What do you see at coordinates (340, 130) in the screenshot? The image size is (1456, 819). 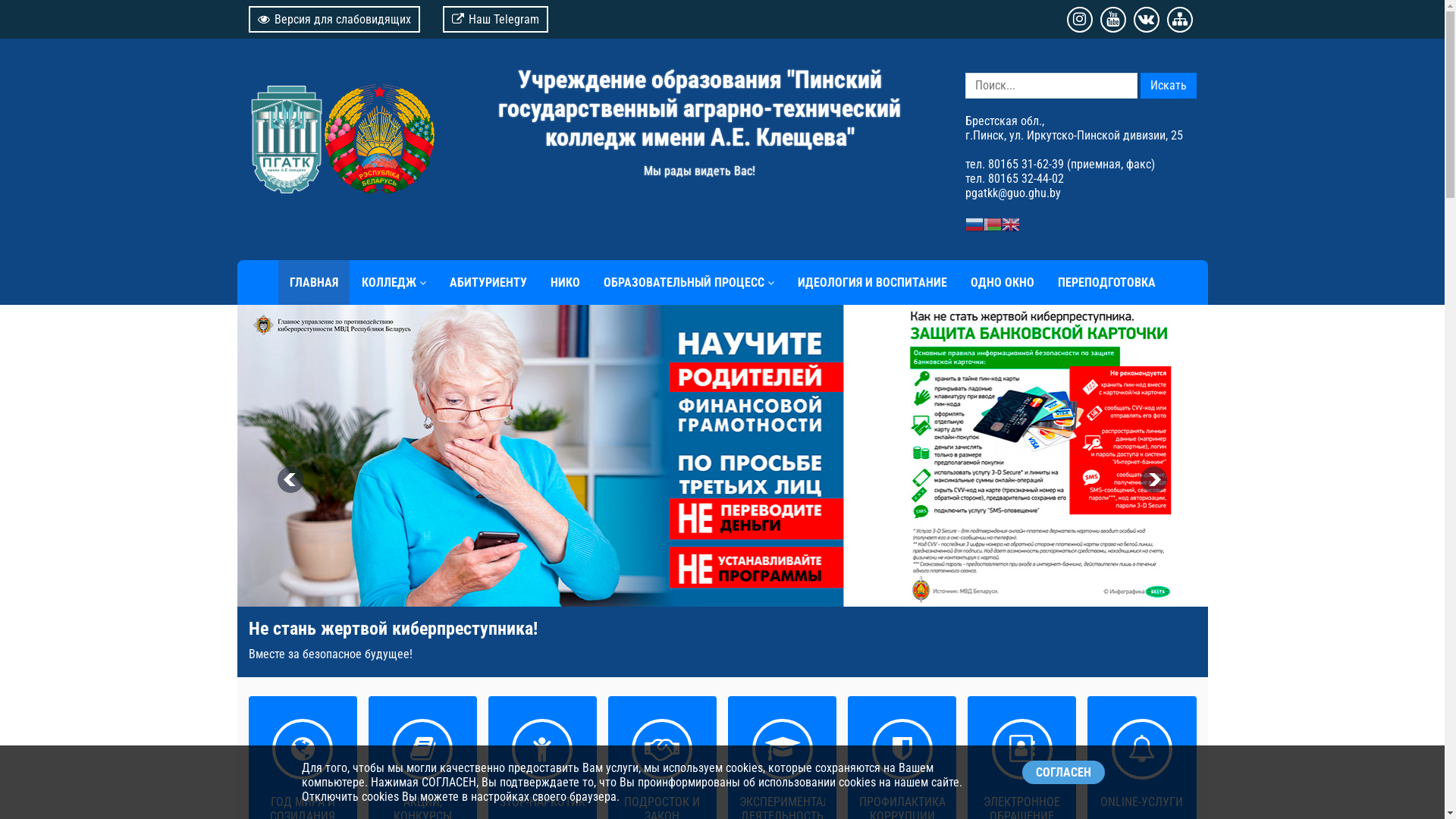 I see `' '` at bounding box center [340, 130].